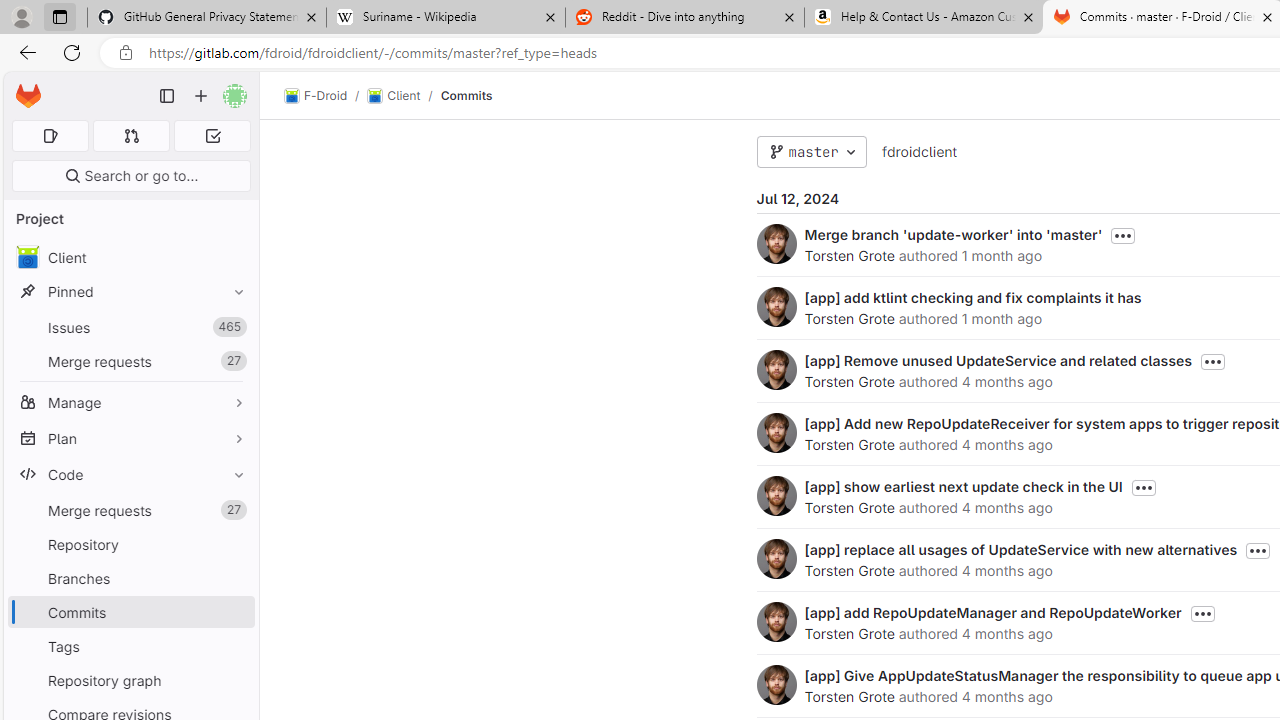 Image resolution: width=1280 pixels, height=720 pixels. What do you see at coordinates (444, 17) in the screenshot?
I see `'Suriname - Wikipedia'` at bounding box center [444, 17].